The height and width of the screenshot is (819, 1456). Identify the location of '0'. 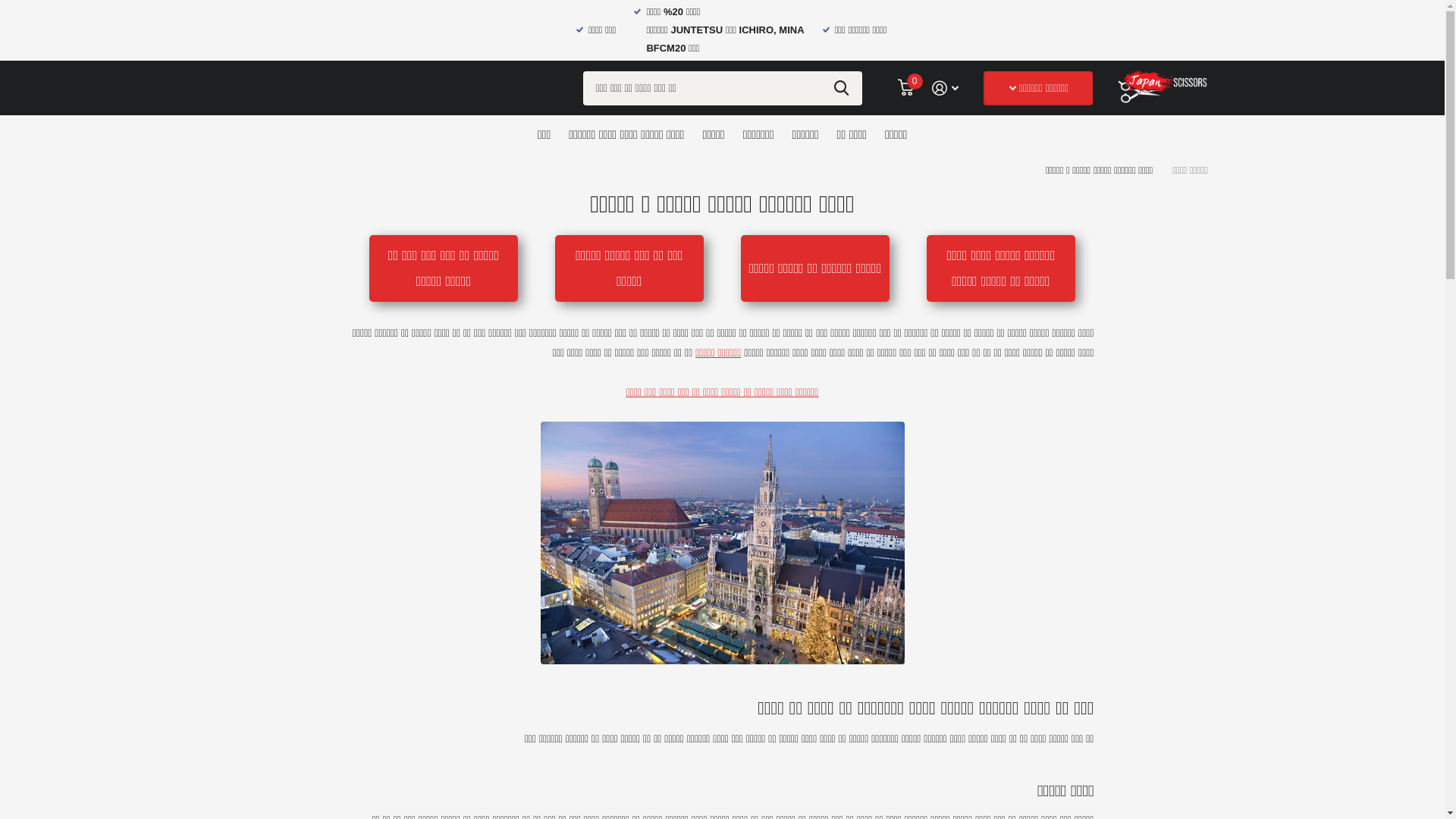
(905, 87).